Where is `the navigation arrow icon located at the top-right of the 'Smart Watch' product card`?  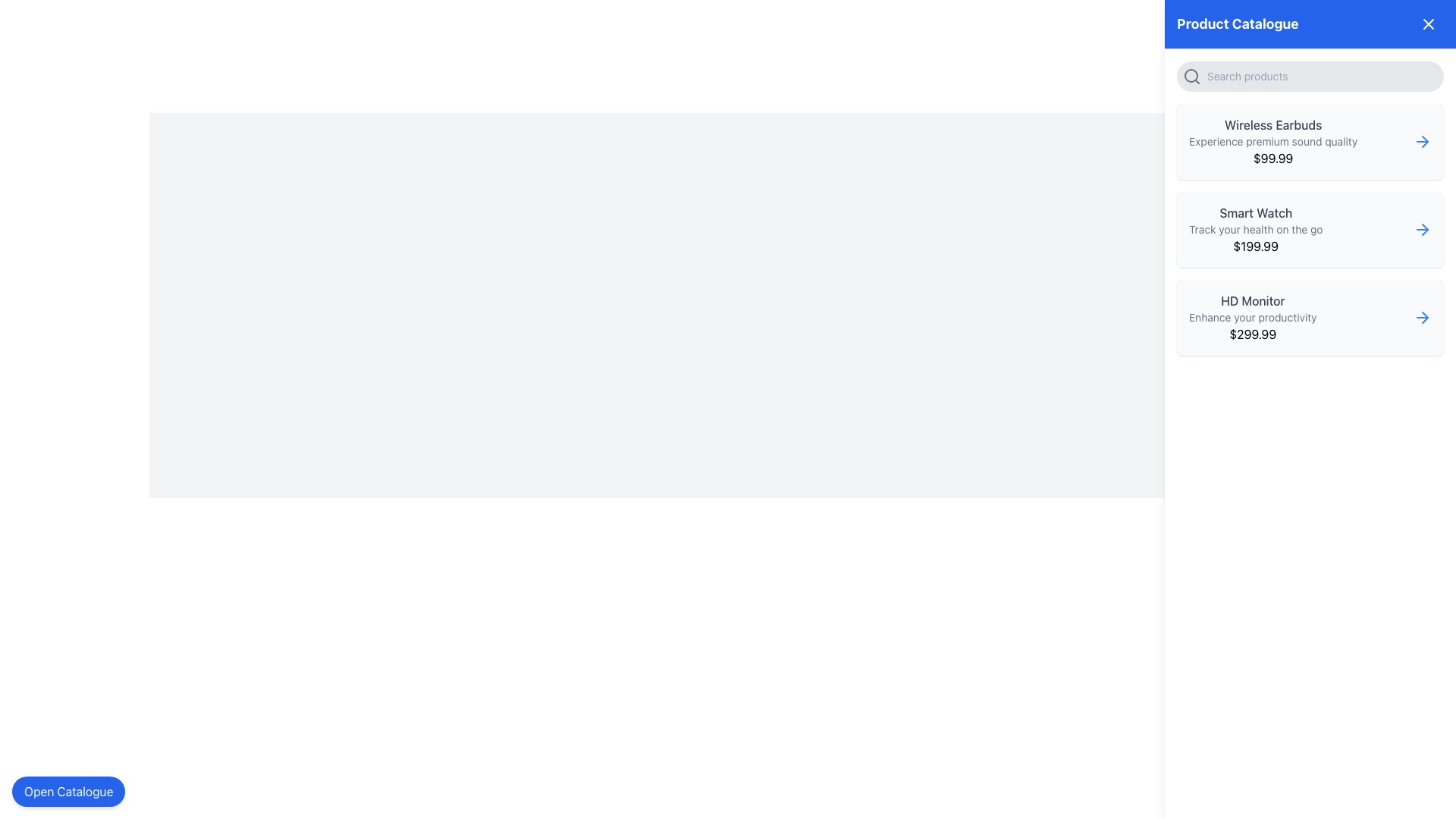 the navigation arrow icon located at the top-right of the 'Smart Watch' product card is located at coordinates (1422, 230).